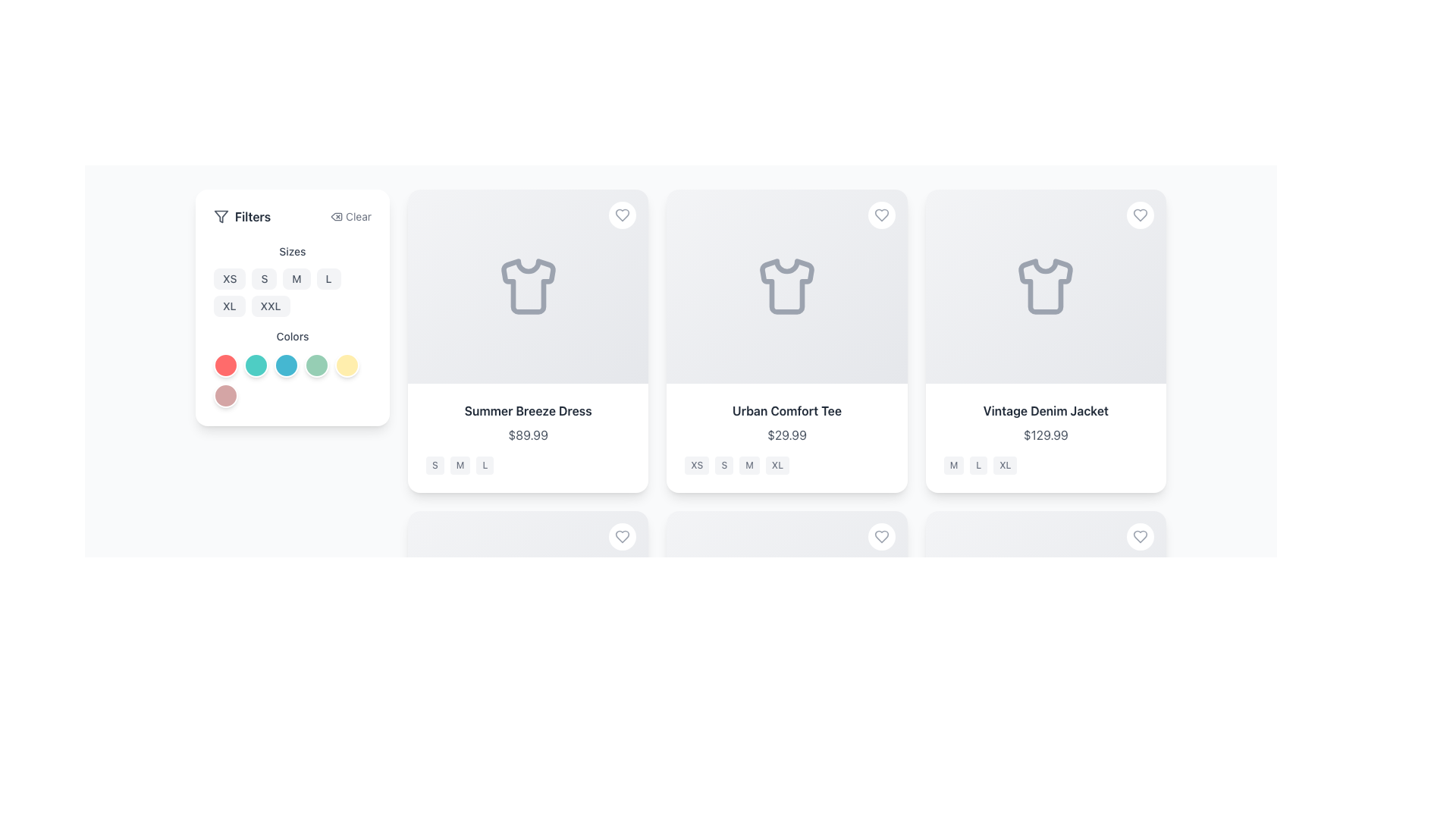 Image resolution: width=1456 pixels, height=819 pixels. What do you see at coordinates (1140, 215) in the screenshot?
I see `the like icon located in the top-right corner of the 'Vintage Denim Jacket' product card, adjacent to the product image` at bounding box center [1140, 215].